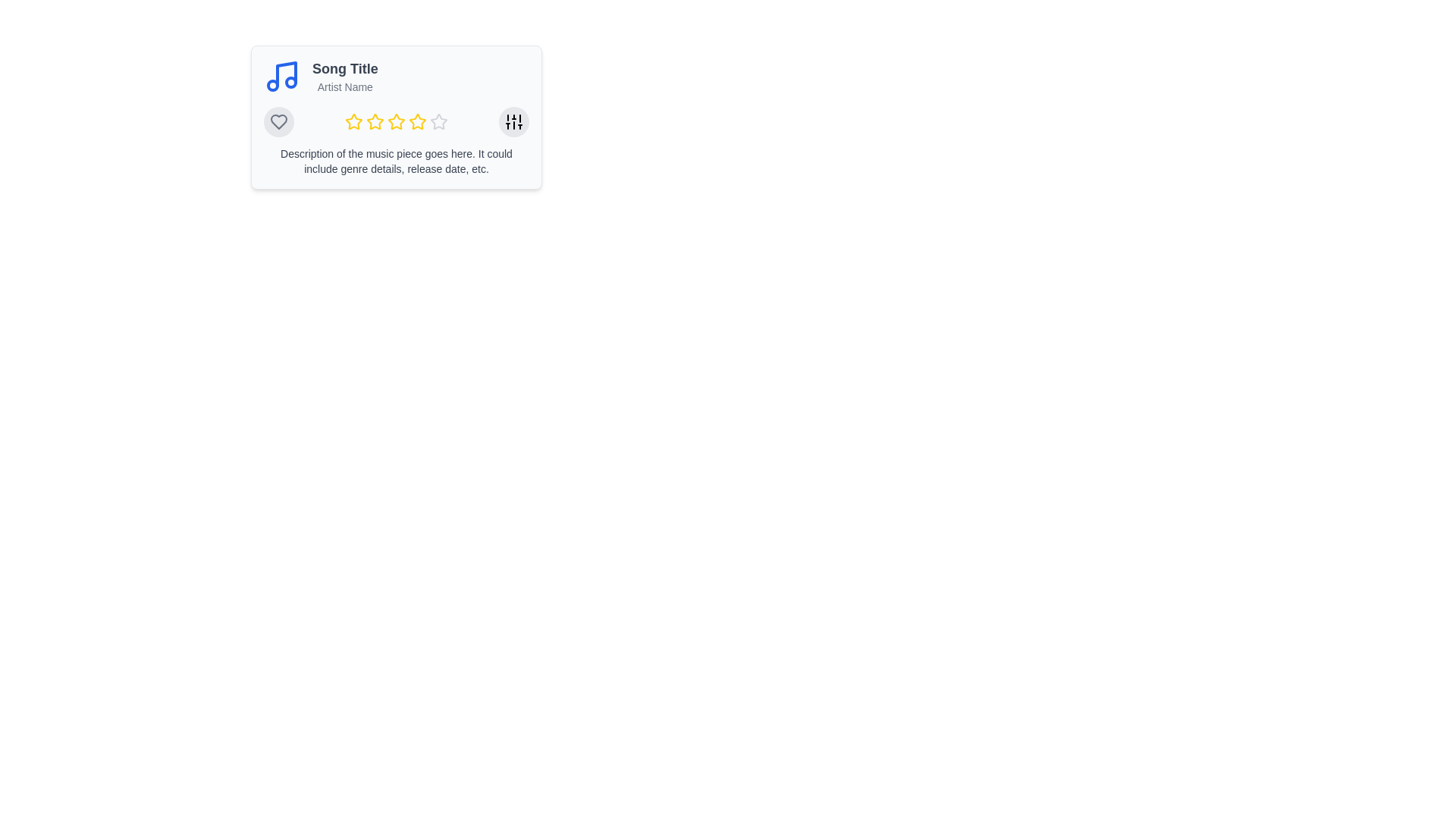 The image size is (1456, 819). I want to click on the fifth star rating icon to provide visual feedback for interaction intent, so click(438, 121).